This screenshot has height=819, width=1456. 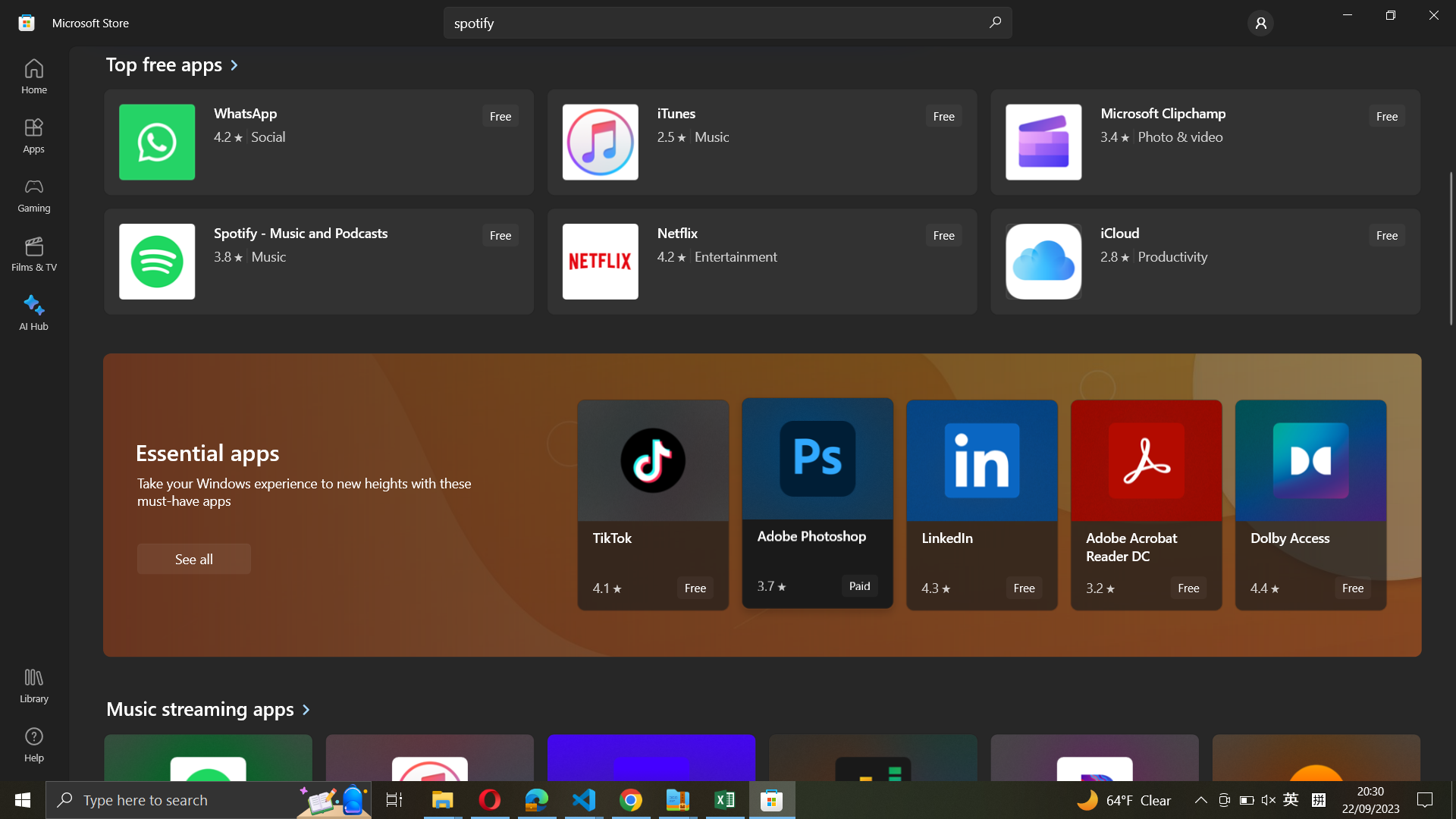 What do you see at coordinates (982, 506) in the screenshot?
I see `LinkedIn on the system` at bounding box center [982, 506].